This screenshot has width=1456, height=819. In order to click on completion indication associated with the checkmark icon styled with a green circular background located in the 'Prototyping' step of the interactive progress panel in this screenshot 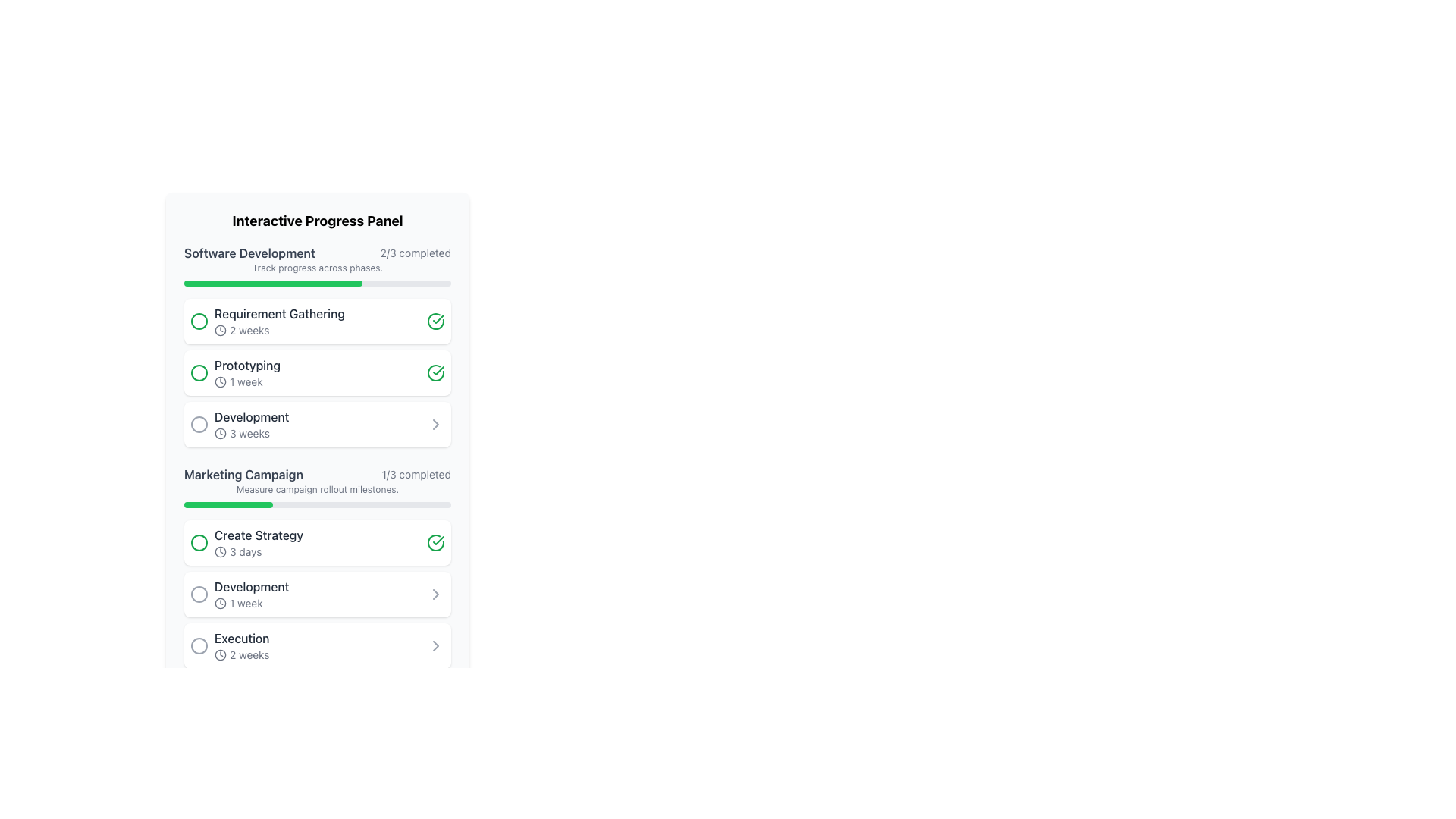, I will do `click(435, 373)`.